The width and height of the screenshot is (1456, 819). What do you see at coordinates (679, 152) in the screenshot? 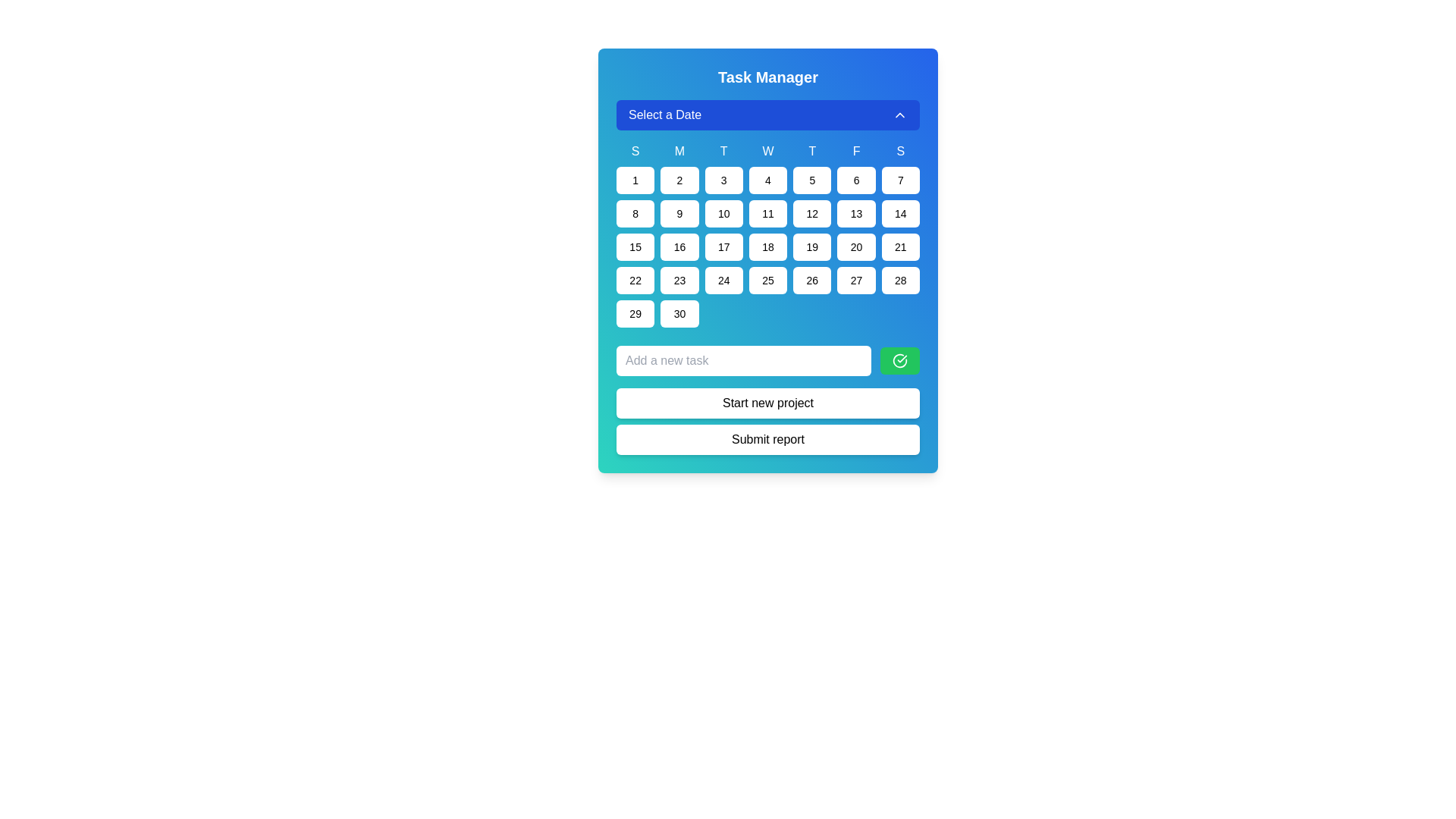
I see `the static text label displaying the uppercase letter 'M', which is styled in white font on a blue background, positioned under the title 'Select a Date' in the calendar header row` at bounding box center [679, 152].